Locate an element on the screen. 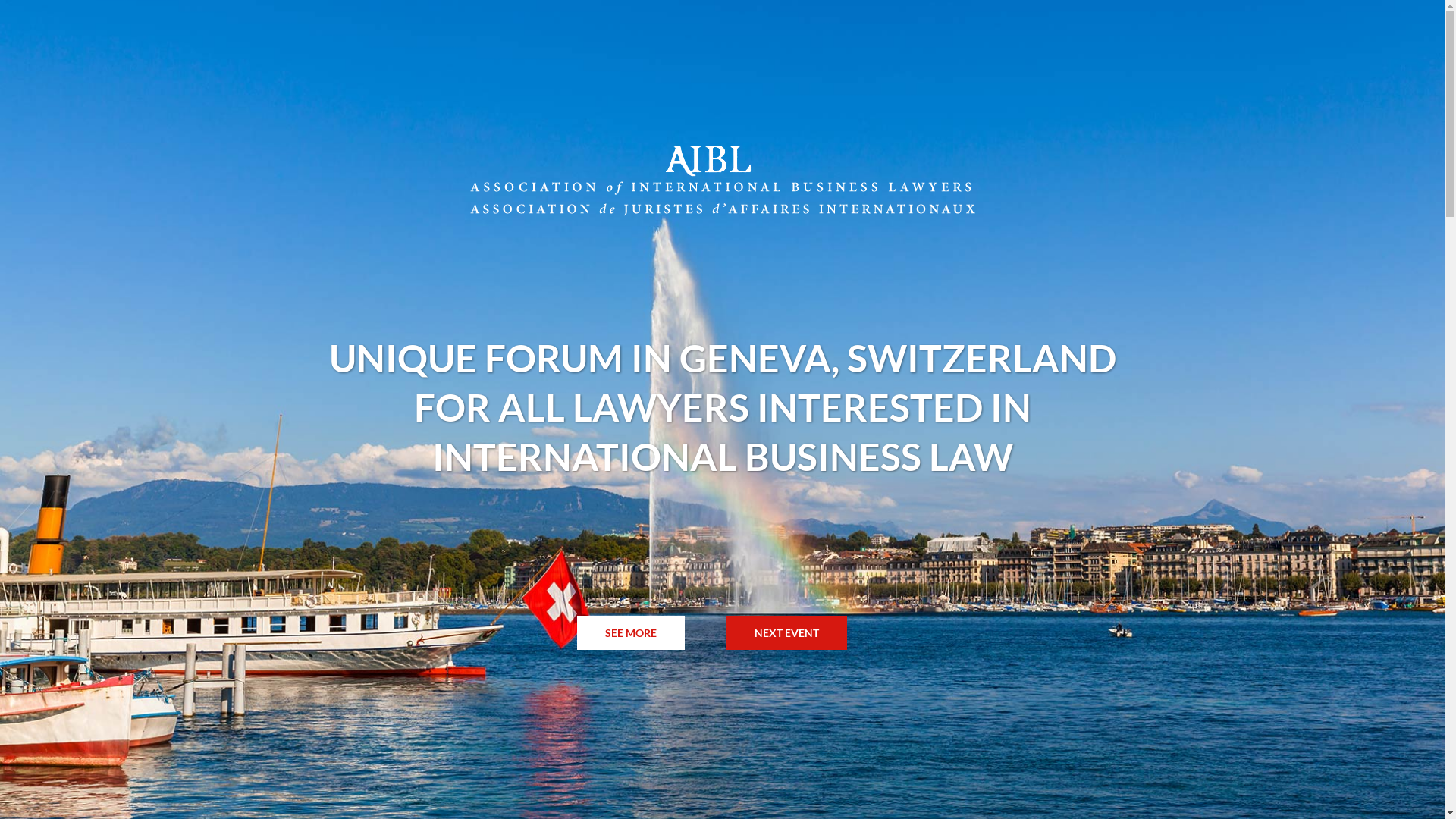 This screenshot has width=1456, height=819. 'NEXT EVENT' is located at coordinates (726, 632).